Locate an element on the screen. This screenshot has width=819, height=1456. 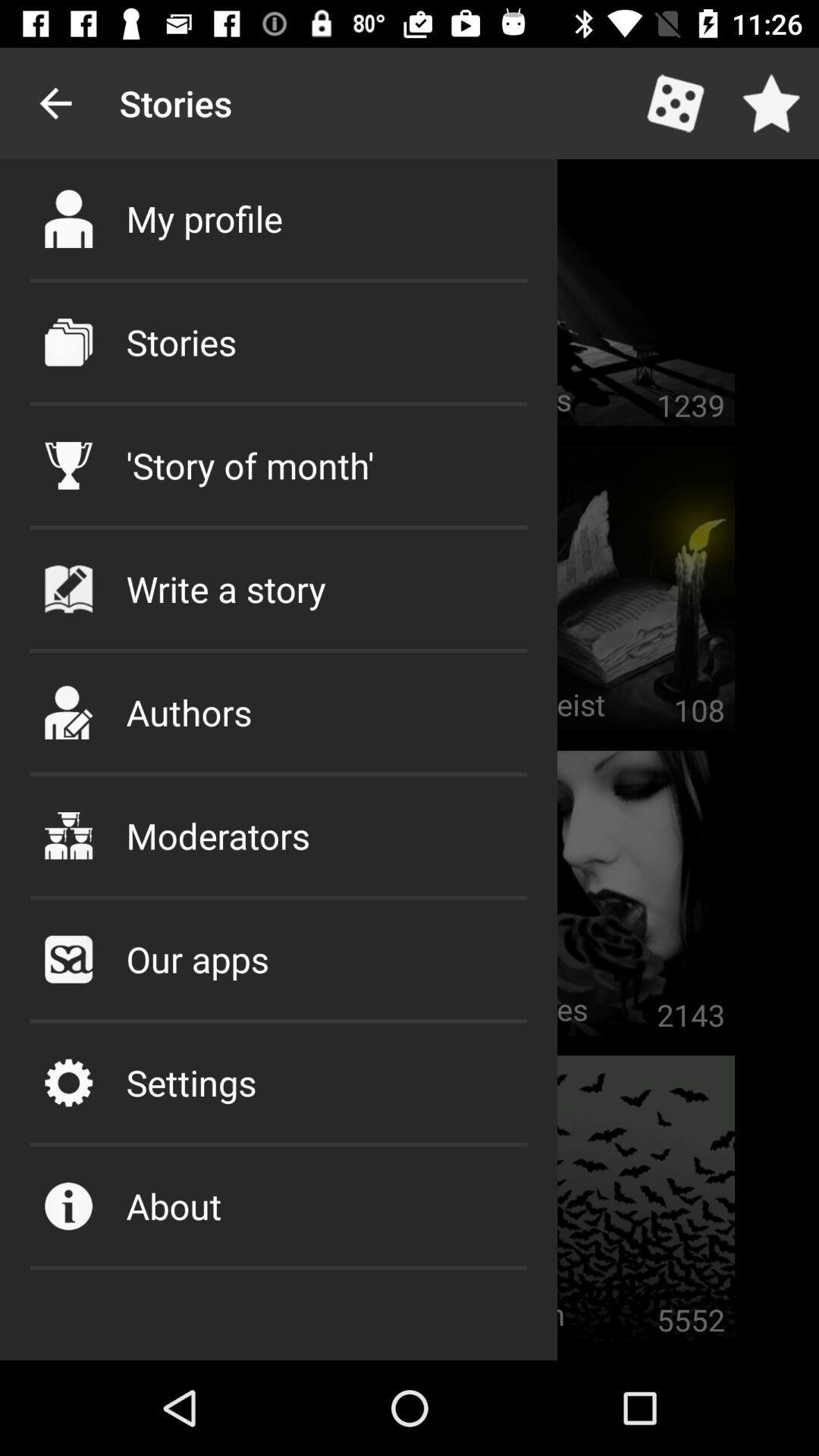
the third icon from top under stories is located at coordinates (68, 465).